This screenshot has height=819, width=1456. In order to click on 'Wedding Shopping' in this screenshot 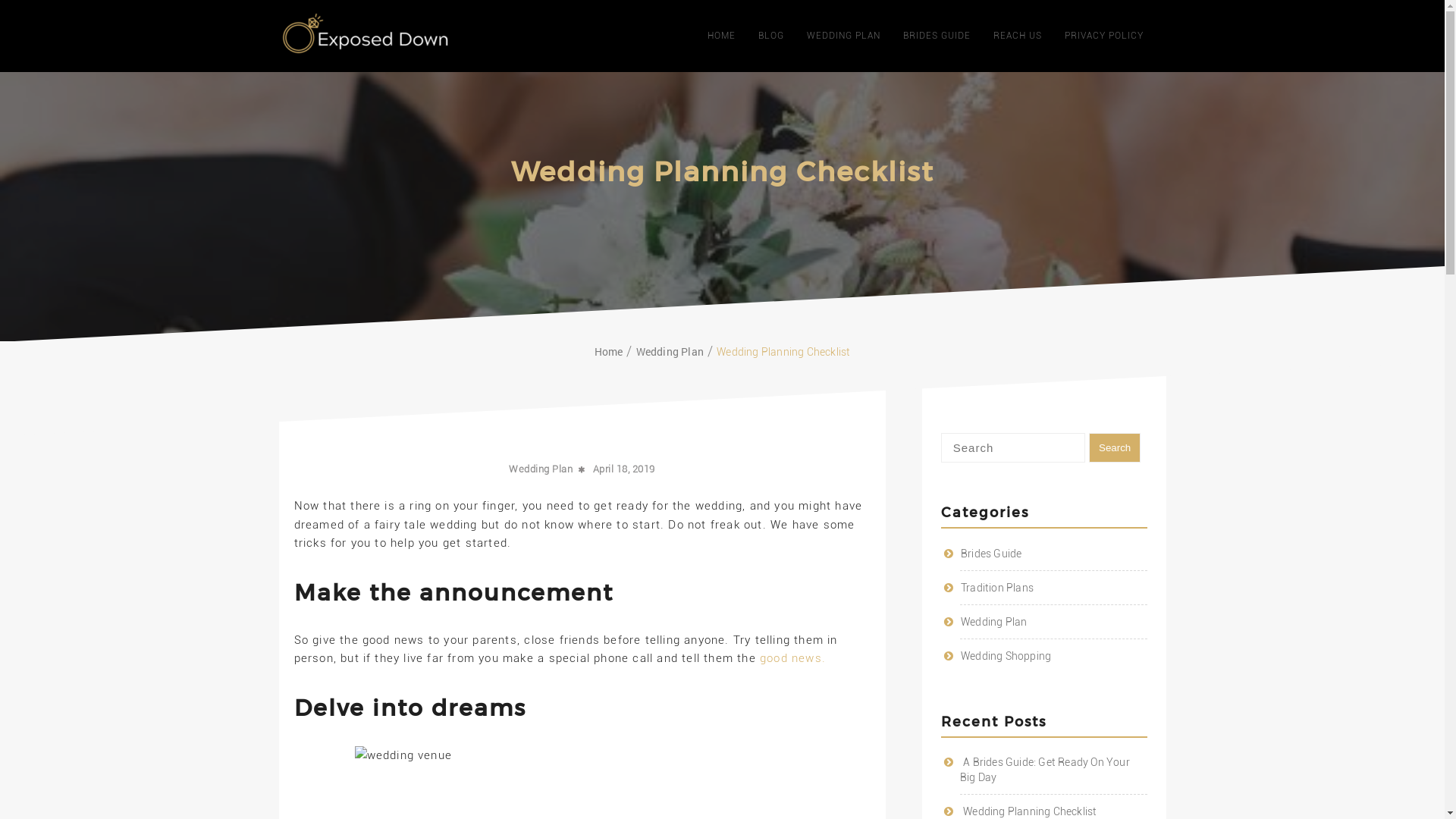, I will do `click(1006, 654)`.